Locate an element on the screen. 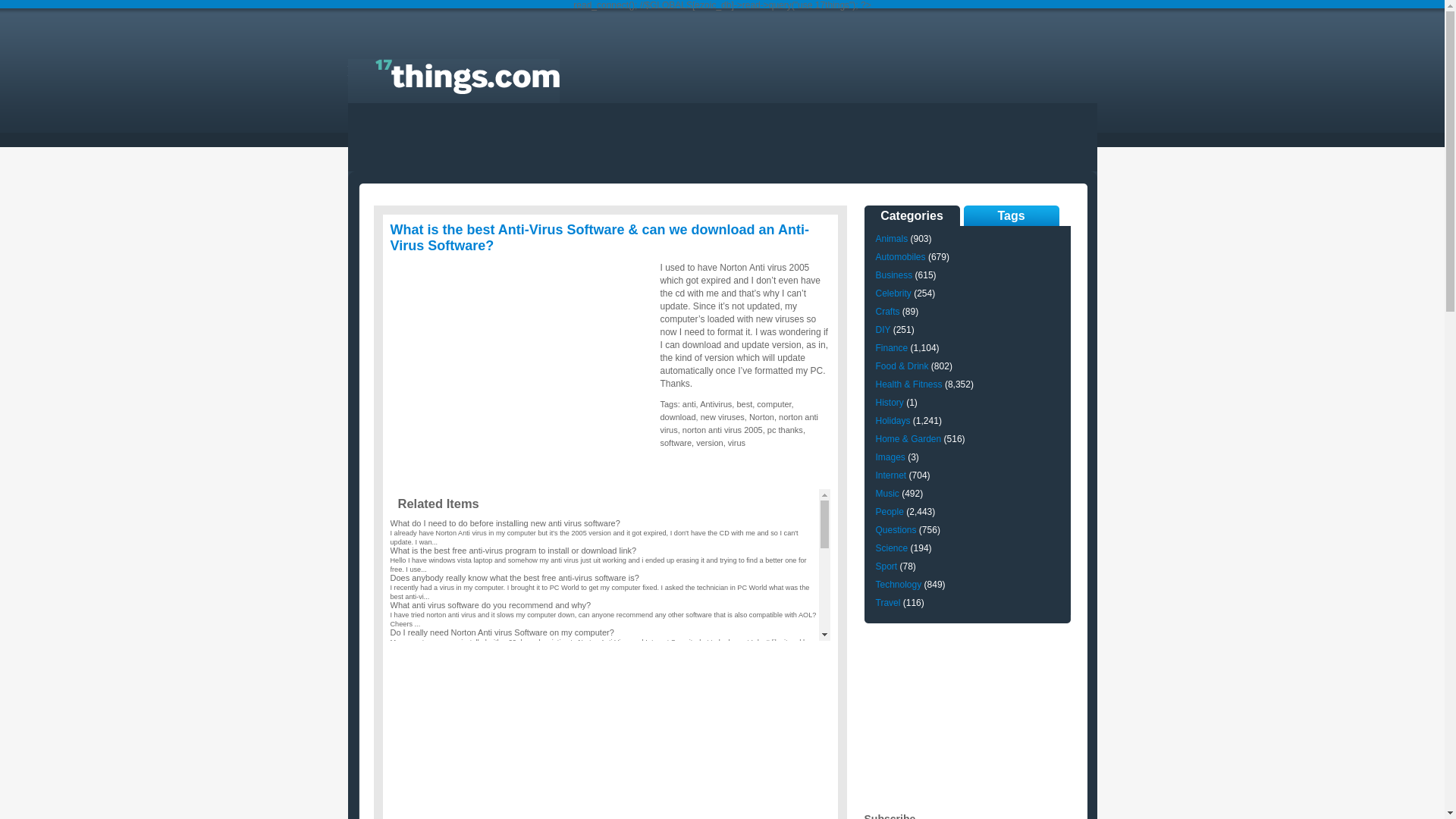 The height and width of the screenshot is (819, 1456). 'People' is located at coordinates (889, 512).